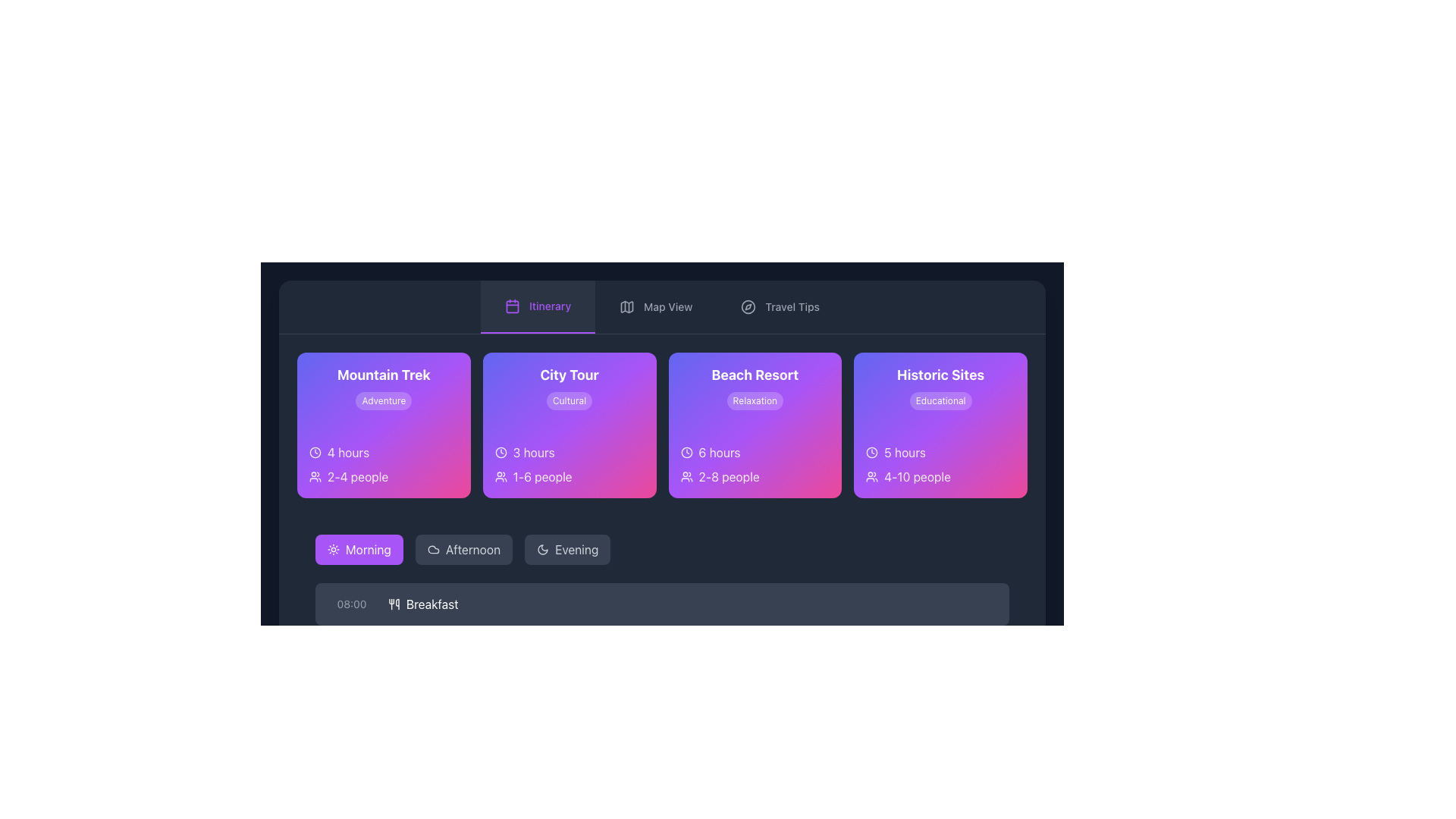 This screenshot has height=819, width=1456. Describe the element at coordinates (940, 386) in the screenshot. I see `the 'Historic Sites' text and badge descriptor element, which features bold white text and a smaller badge-style text 'Educational' within a rounded rectangle, located in the last card of a horizontally arranged set of cards` at that location.